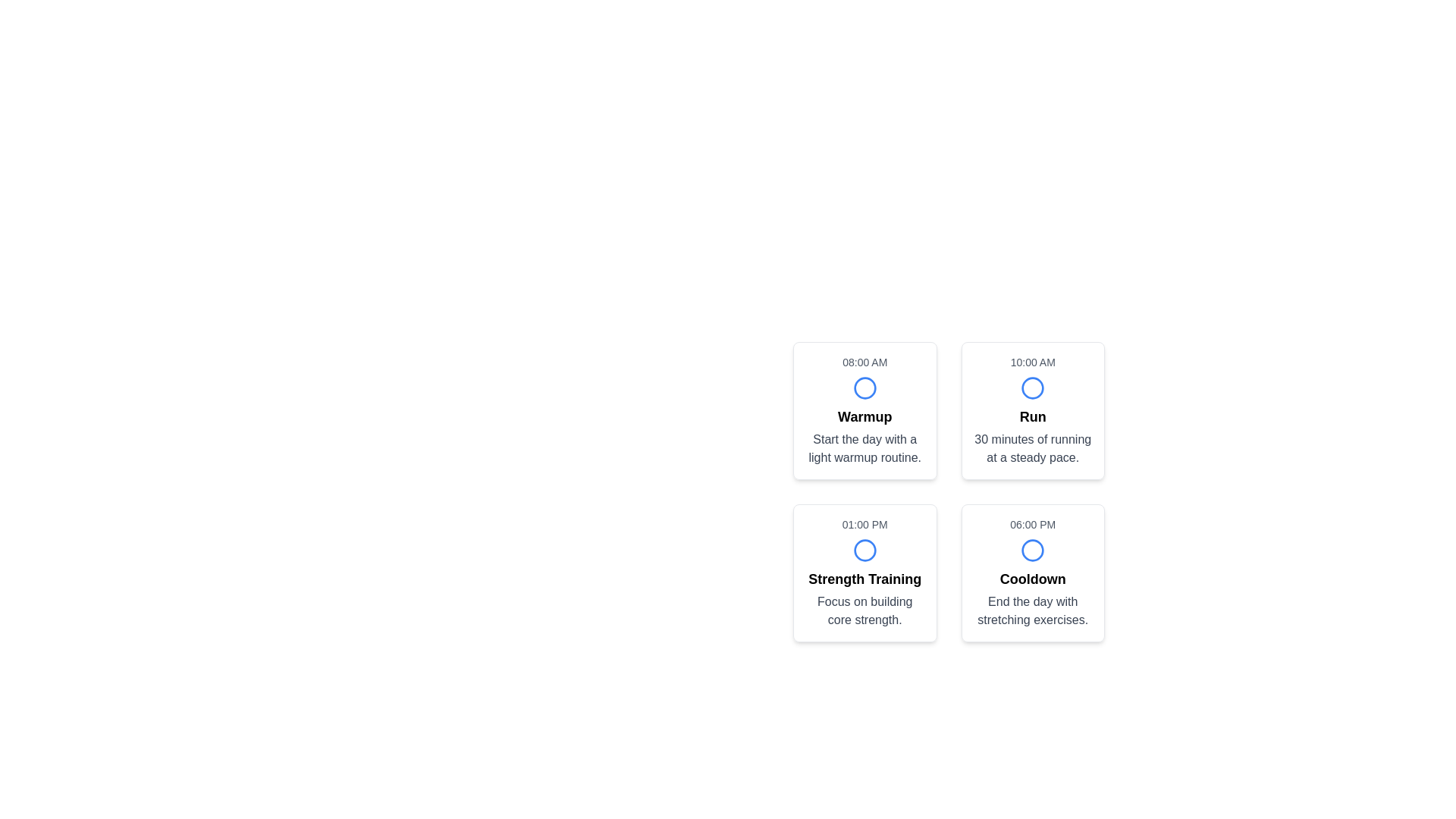 Image resolution: width=1456 pixels, height=819 pixels. Describe the element at coordinates (1032, 573) in the screenshot. I see `the Card UI component located at the bottom-right corner of the grid layout, which features rounded corners, a light border, and contains a time, icon, bold title, and description` at that location.